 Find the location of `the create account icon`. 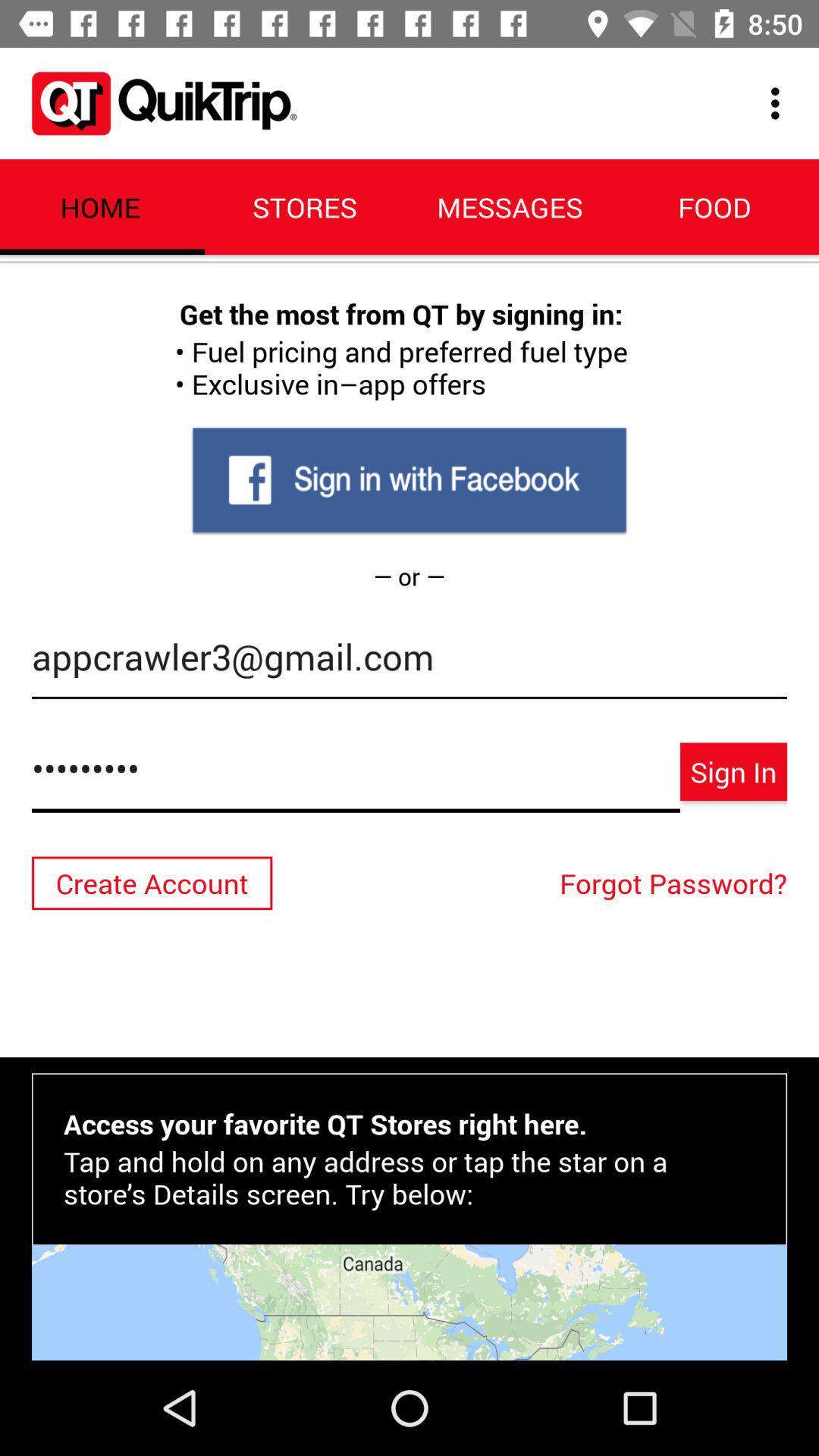

the create account icon is located at coordinates (152, 883).